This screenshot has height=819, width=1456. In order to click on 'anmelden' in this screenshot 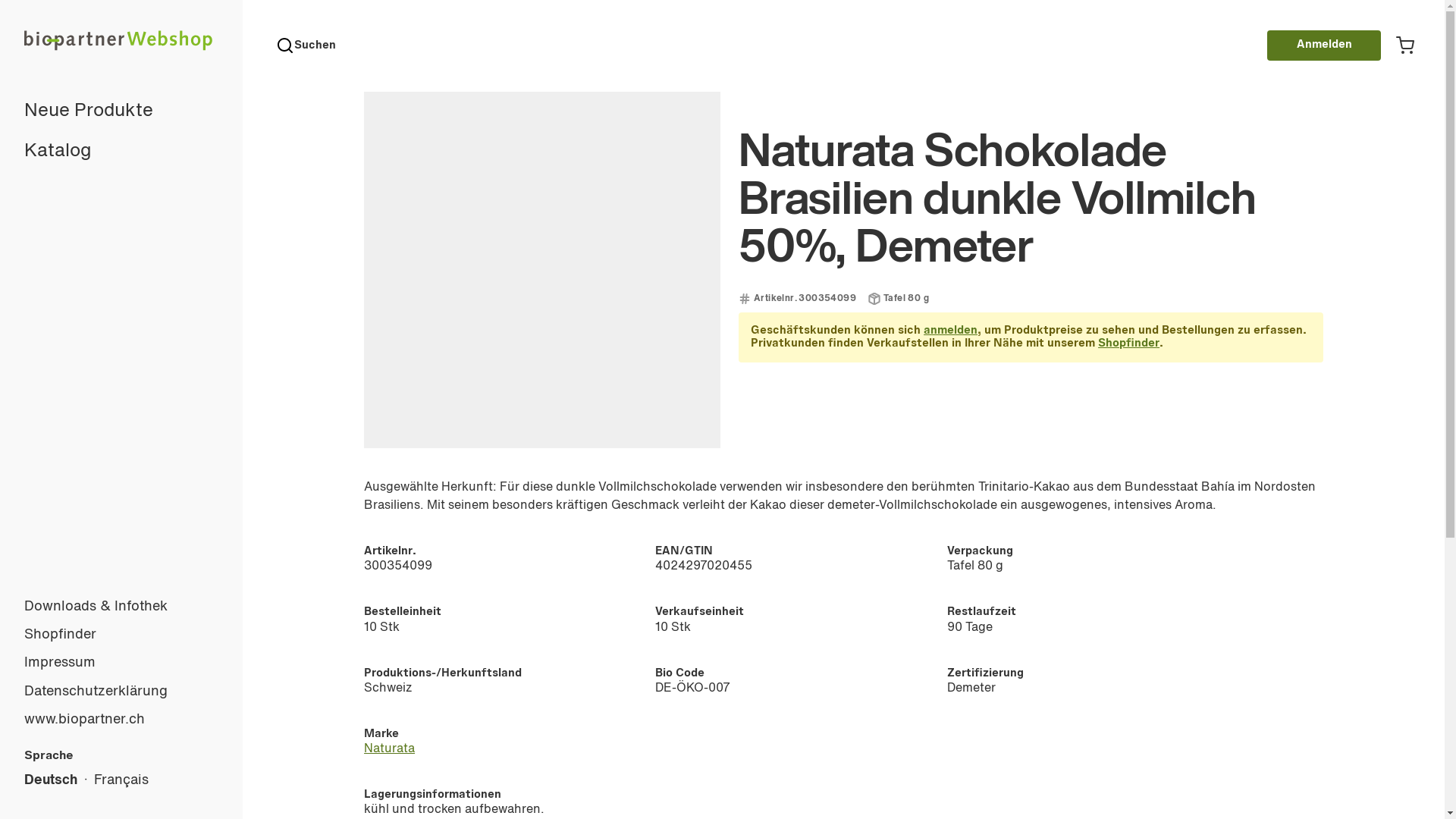, I will do `click(949, 330)`.